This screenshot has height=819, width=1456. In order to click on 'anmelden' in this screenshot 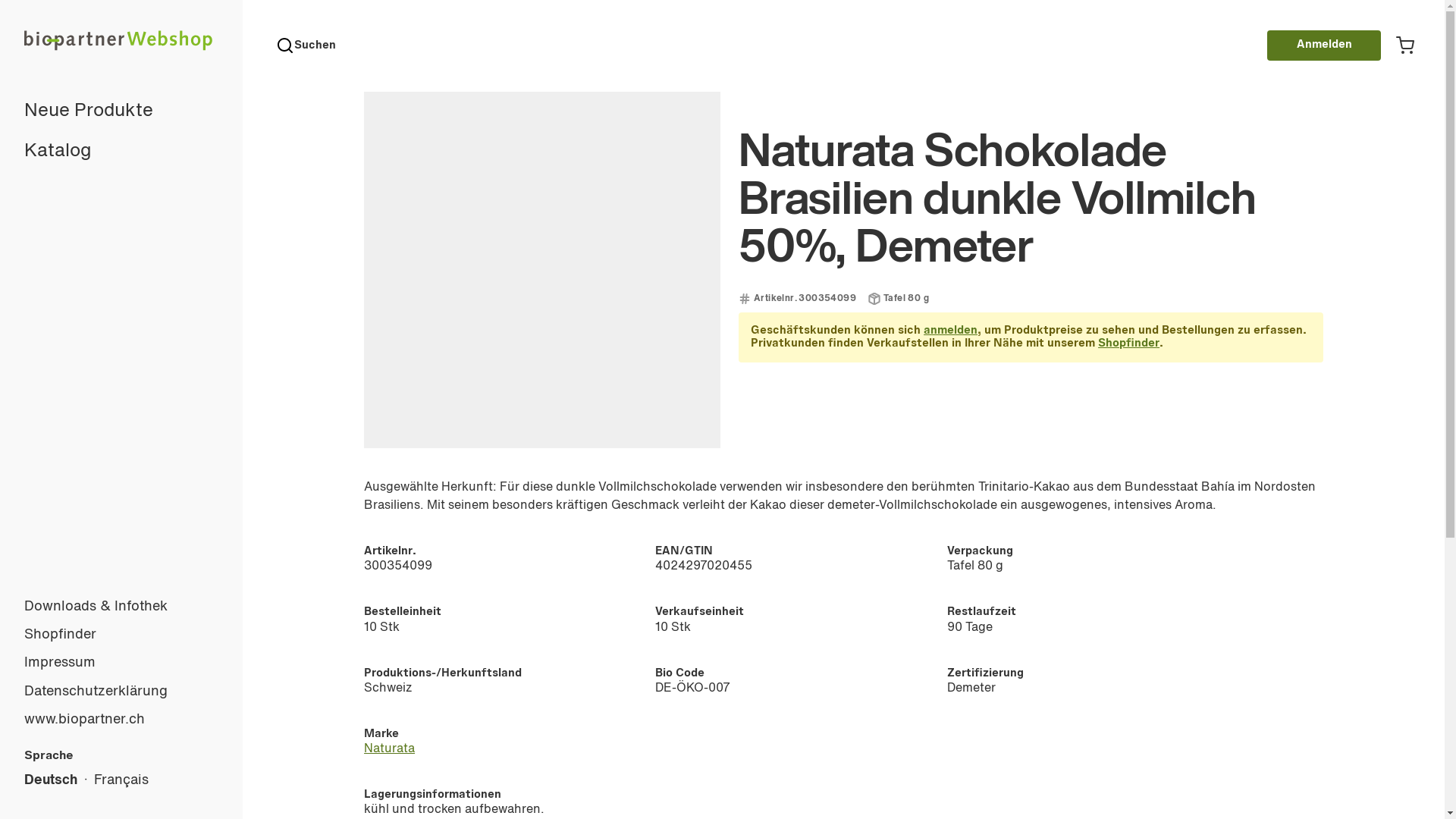, I will do `click(949, 330)`.